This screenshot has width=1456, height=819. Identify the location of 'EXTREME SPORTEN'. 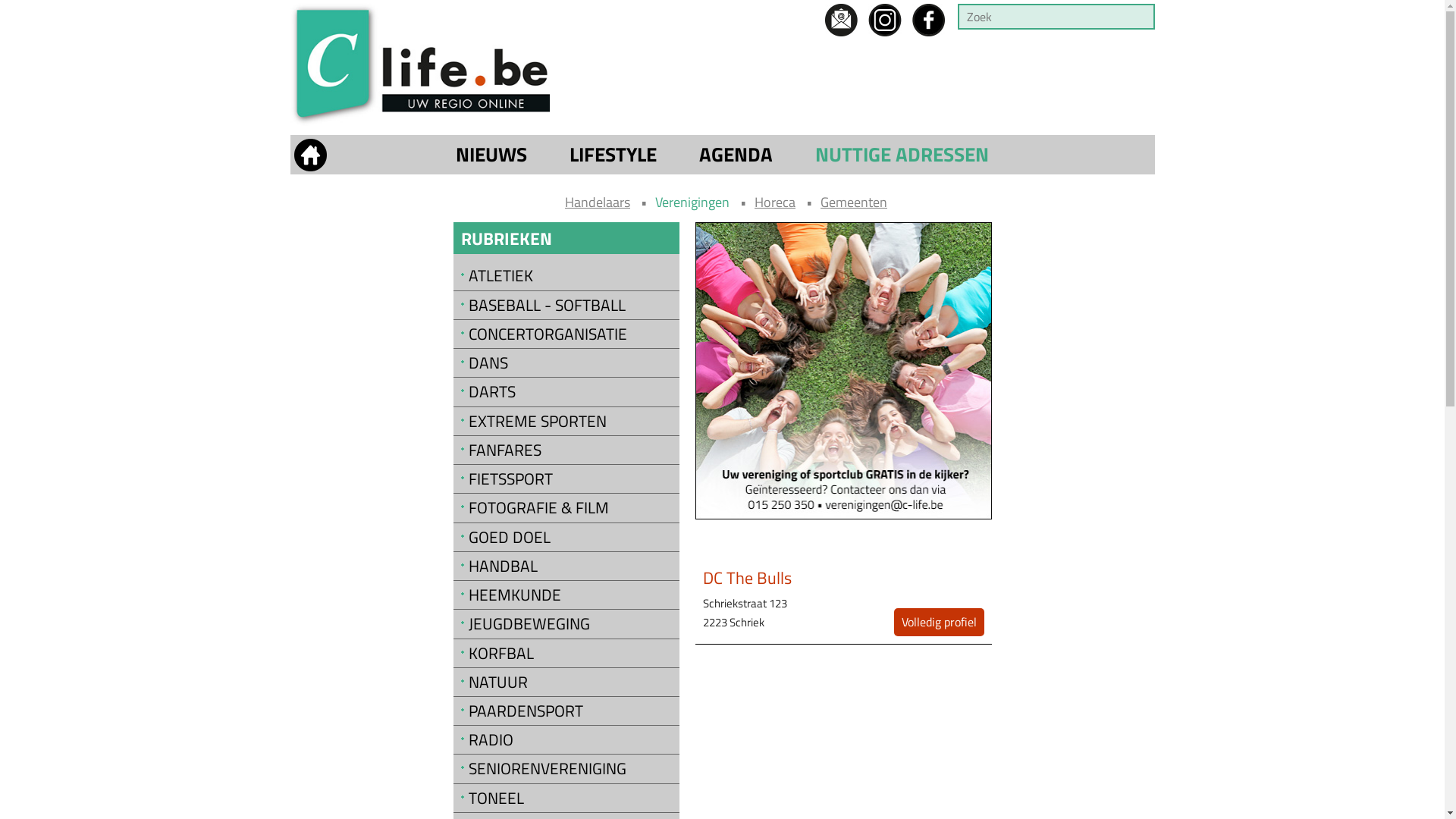
(460, 421).